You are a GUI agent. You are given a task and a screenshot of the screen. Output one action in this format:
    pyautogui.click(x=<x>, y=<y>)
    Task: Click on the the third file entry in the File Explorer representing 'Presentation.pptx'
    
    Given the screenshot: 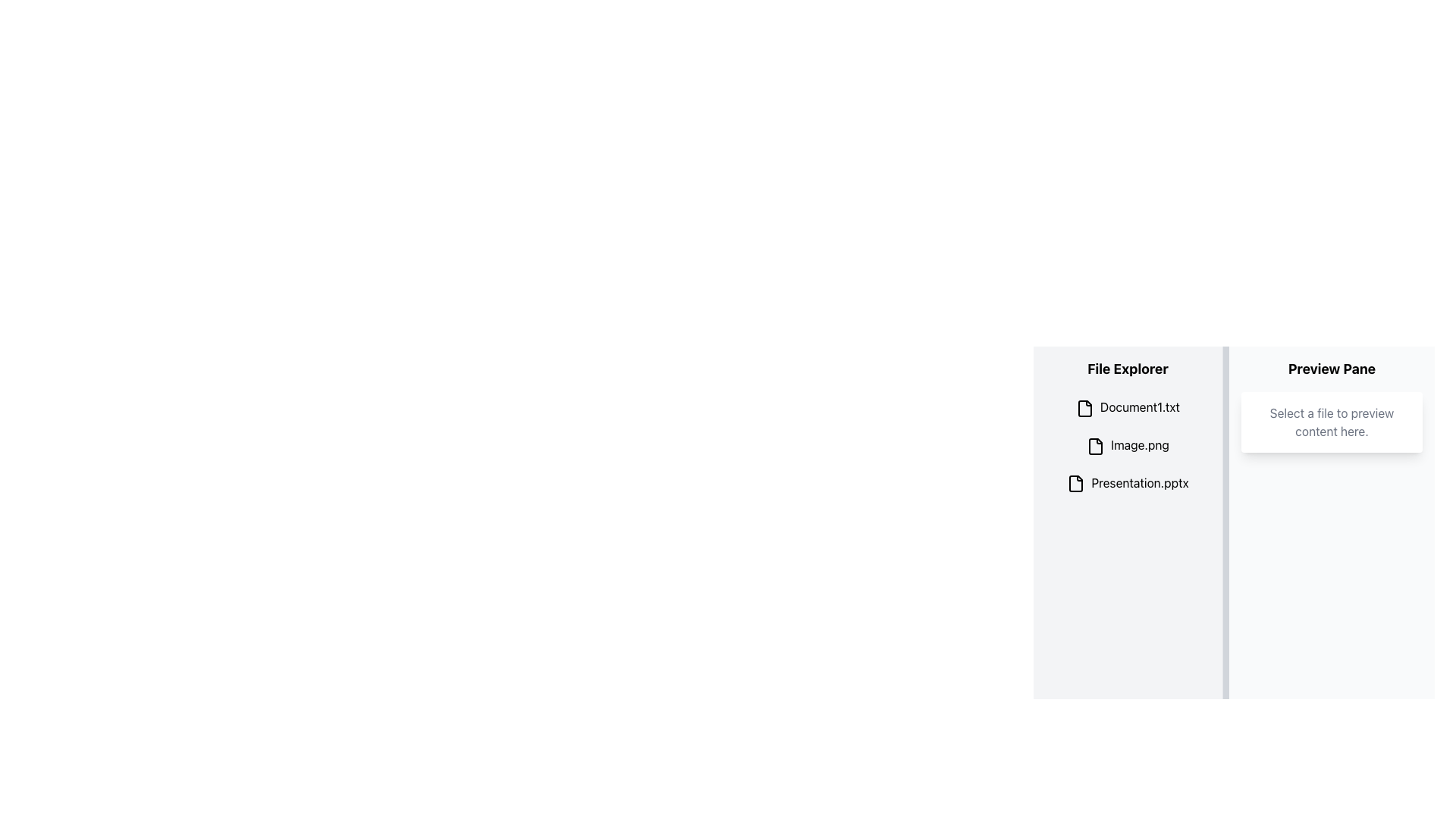 What is the action you would take?
    pyautogui.click(x=1128, y=483)
    